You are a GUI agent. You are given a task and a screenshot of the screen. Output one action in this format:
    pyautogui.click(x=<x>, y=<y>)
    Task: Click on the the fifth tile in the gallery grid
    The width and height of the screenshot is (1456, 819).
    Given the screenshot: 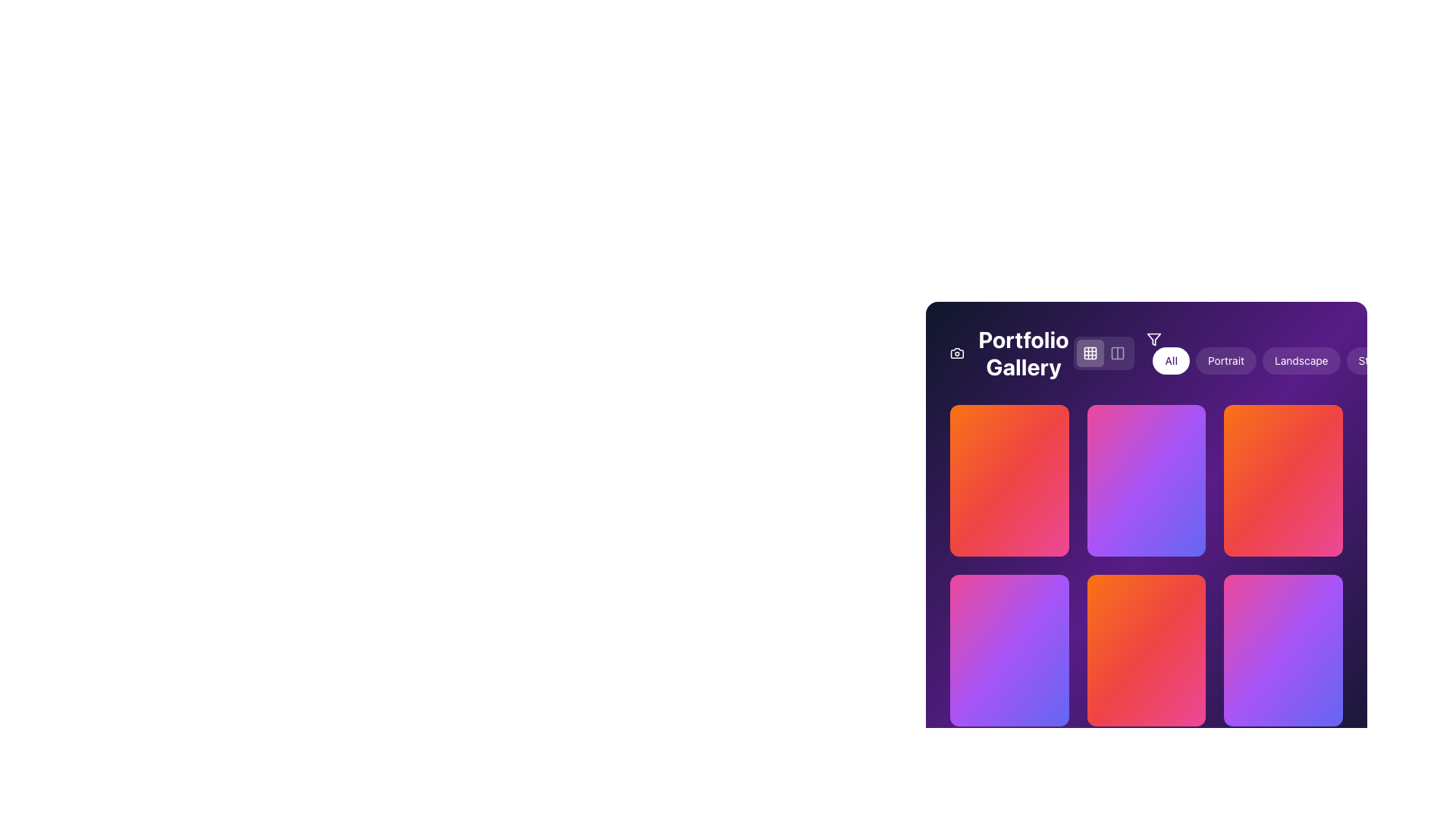 What is the action you would take?
    pyautogui.click(x=1147, y=565)
    